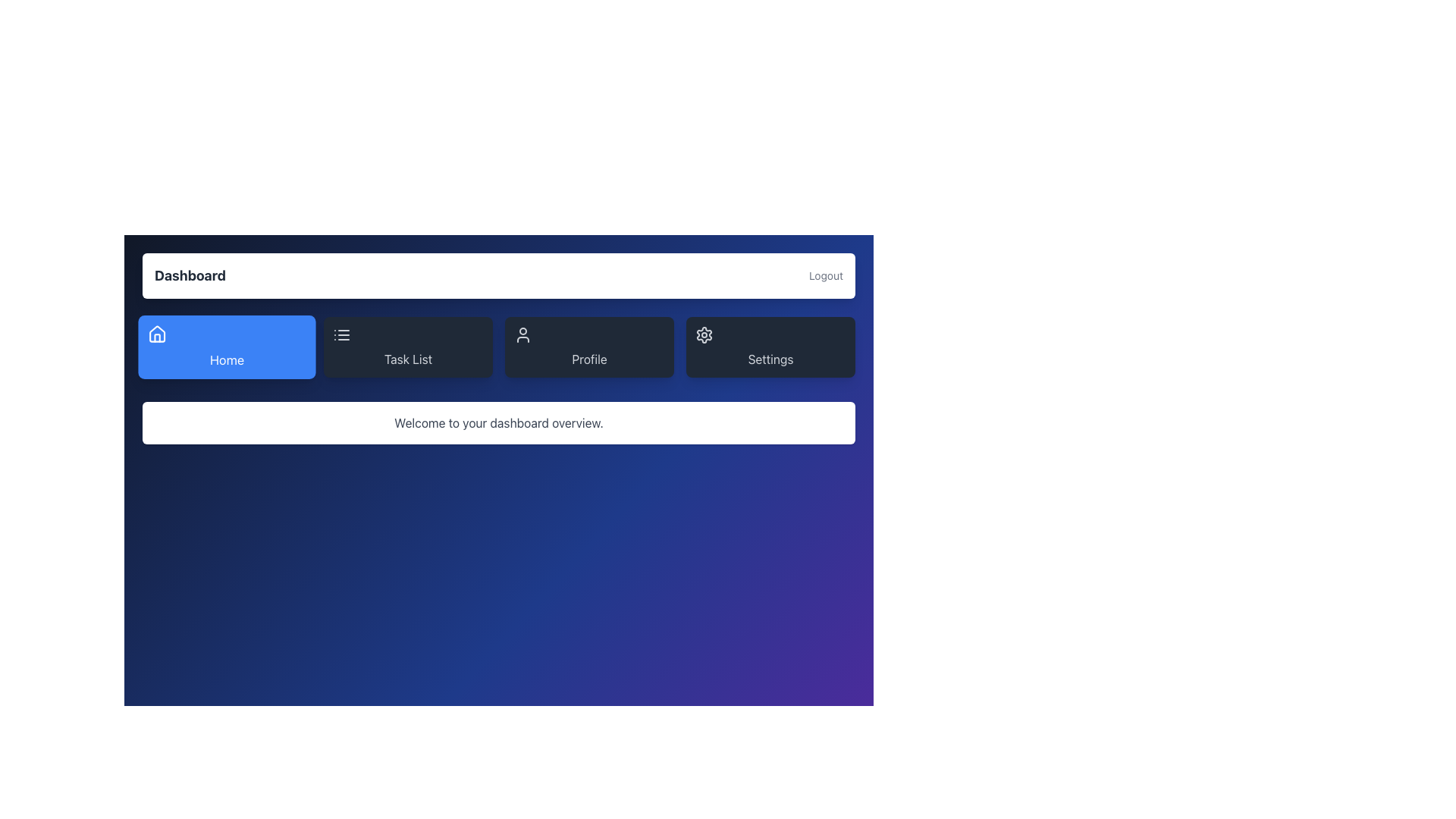 The image size is (1456, 819). What do you see at coordinates (704, 334) in the screenshot?
I see `the gear icon located at the rightmost side of the horizontal navigation menu` at bounding box center [704, 334].